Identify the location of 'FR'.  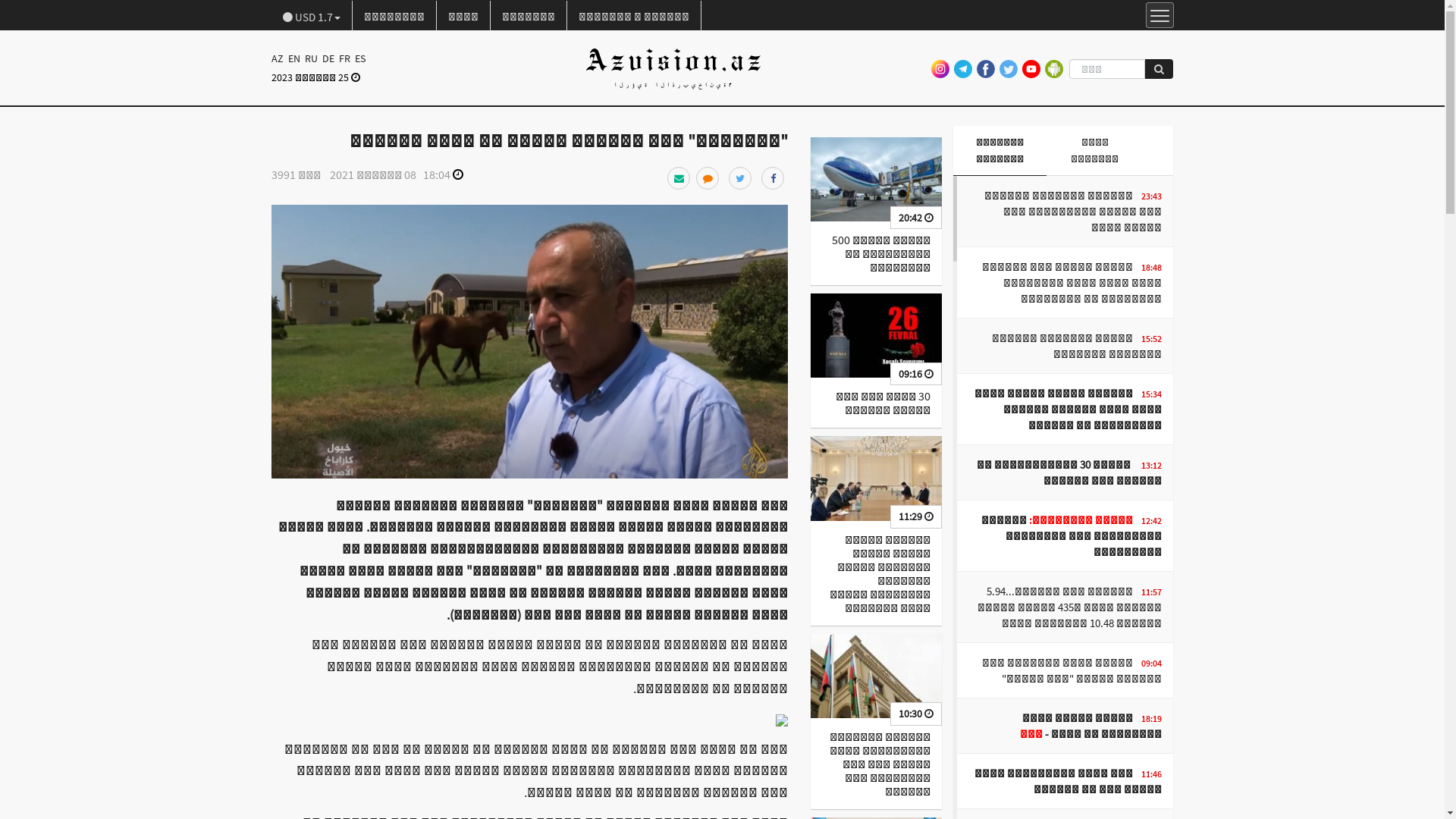
(344, 58).